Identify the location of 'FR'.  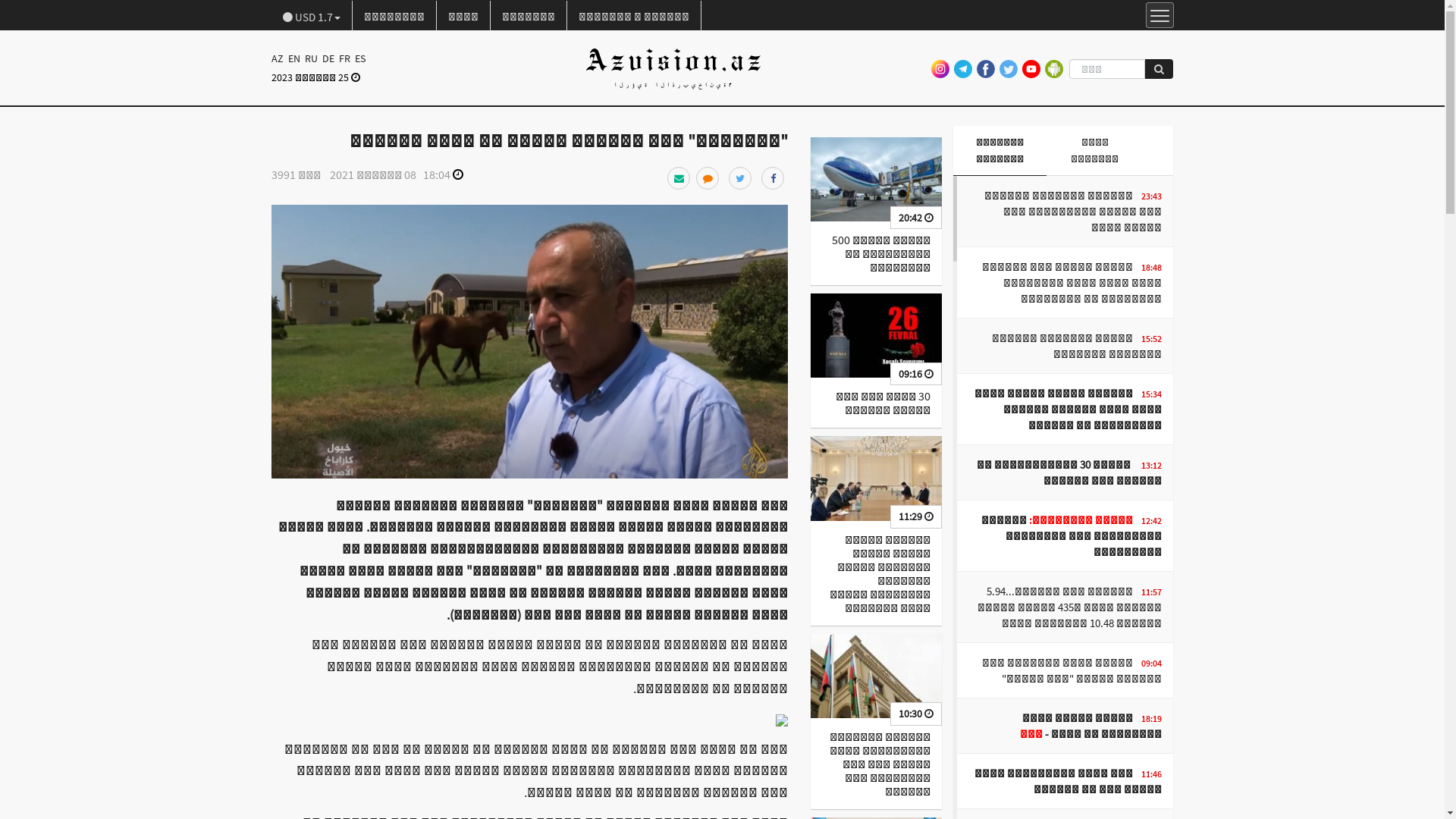
(344, 58).